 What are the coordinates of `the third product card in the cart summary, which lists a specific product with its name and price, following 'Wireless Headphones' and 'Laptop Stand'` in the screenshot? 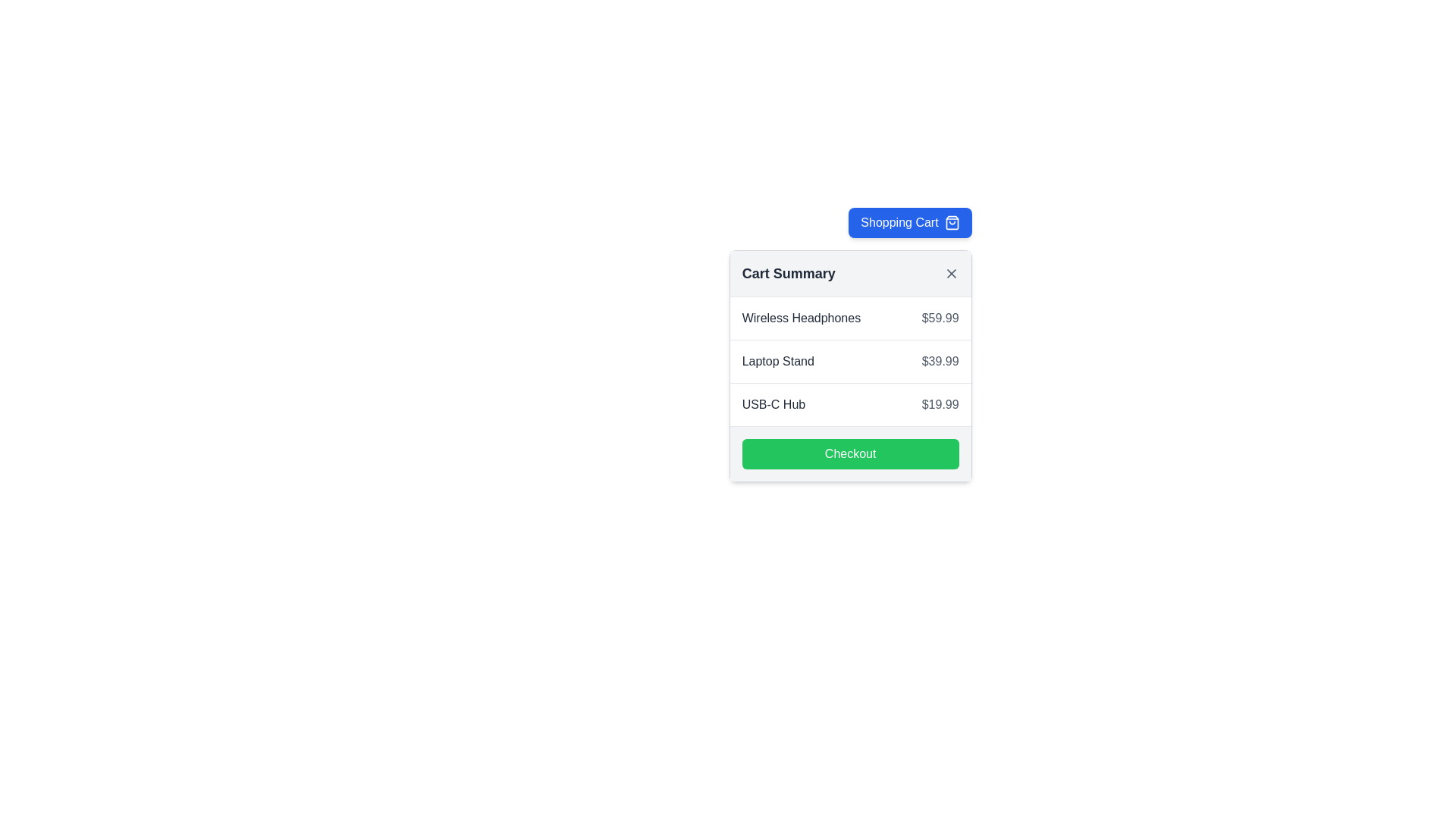 It's located at (850, 403).